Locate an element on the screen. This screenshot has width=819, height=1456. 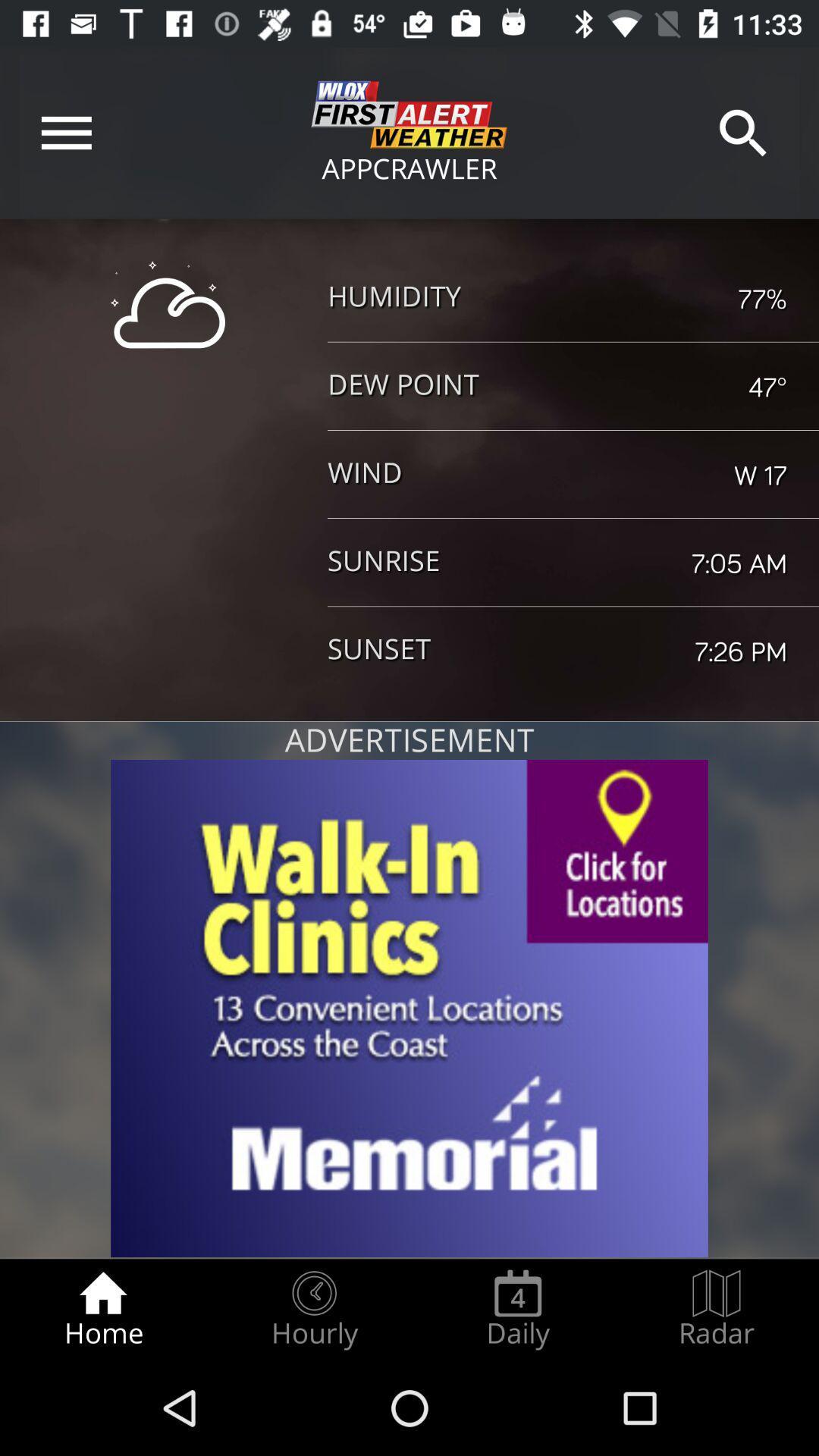
radio button to the left of the radar radio button is located at coordinates (517, 1309).